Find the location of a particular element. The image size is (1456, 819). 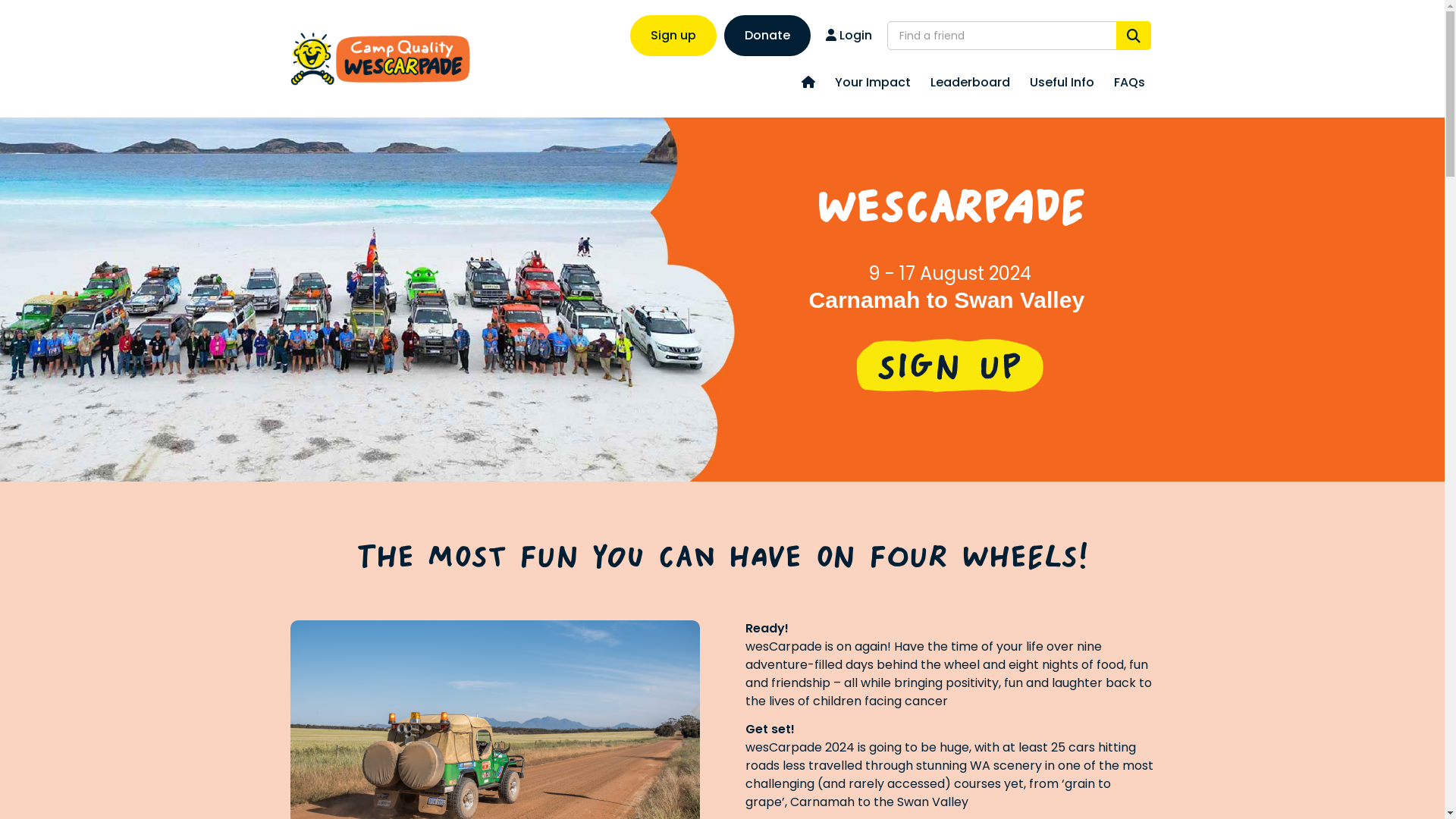

'Useful Info' is located at coordinates (1060, 83).